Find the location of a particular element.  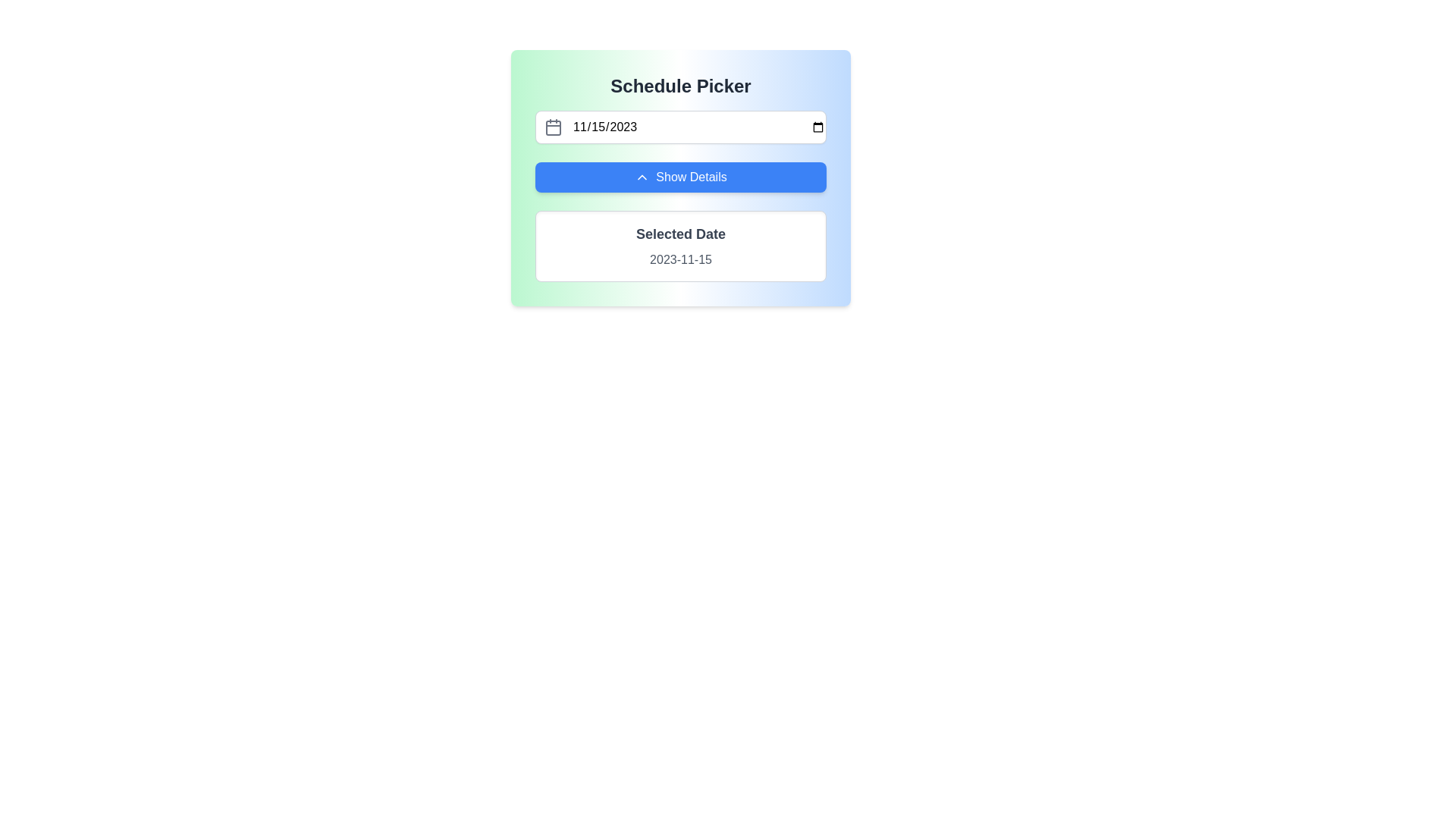

the text element displaying the date '2023-11-15', which is centered below the label 'Selected Date' in a white box is located at coordinates (679, 259).